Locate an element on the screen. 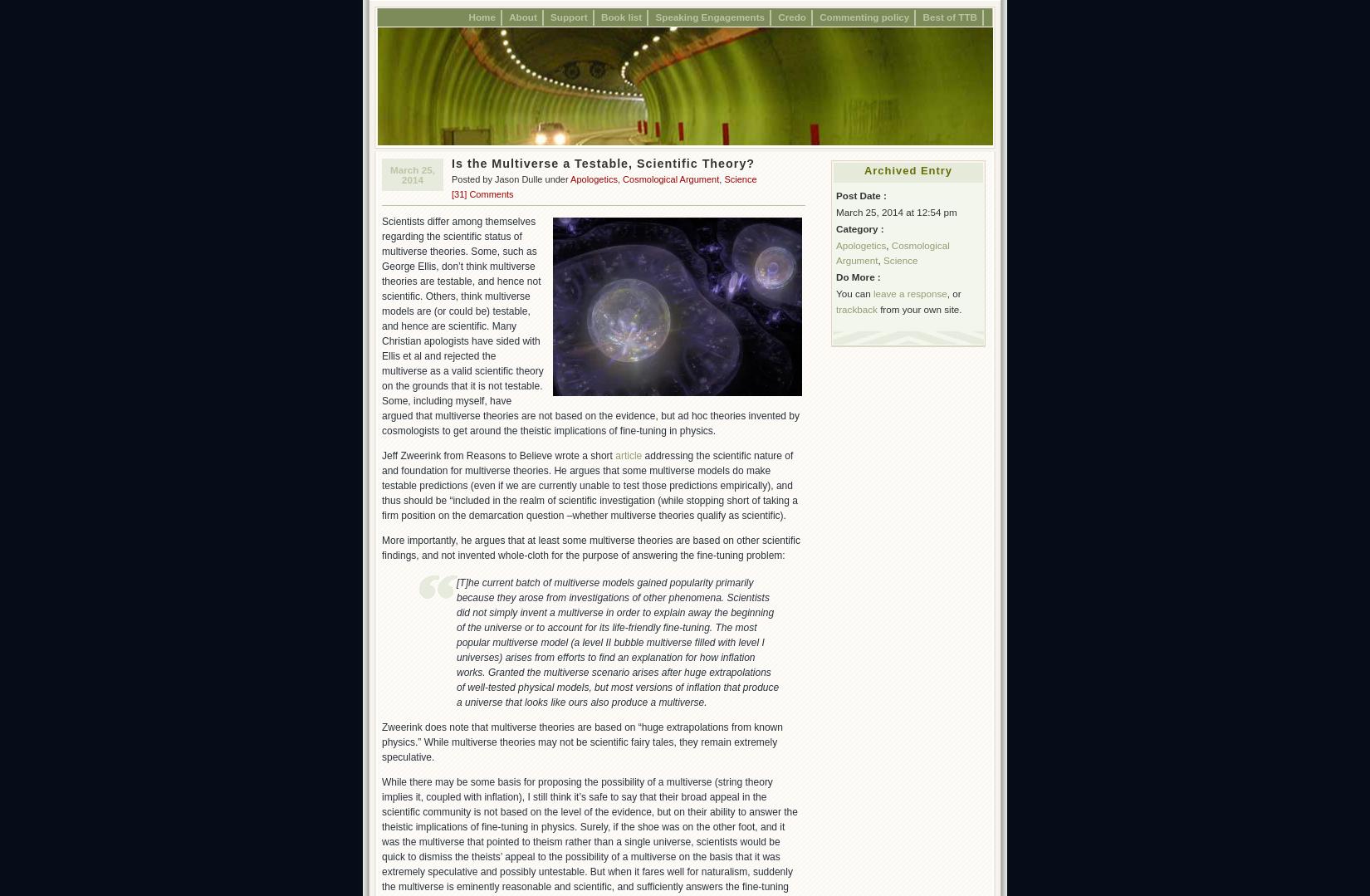 The width and height of the screenshot is (1370, 896). 'Post Date :' is located at coordinates (835, 193).